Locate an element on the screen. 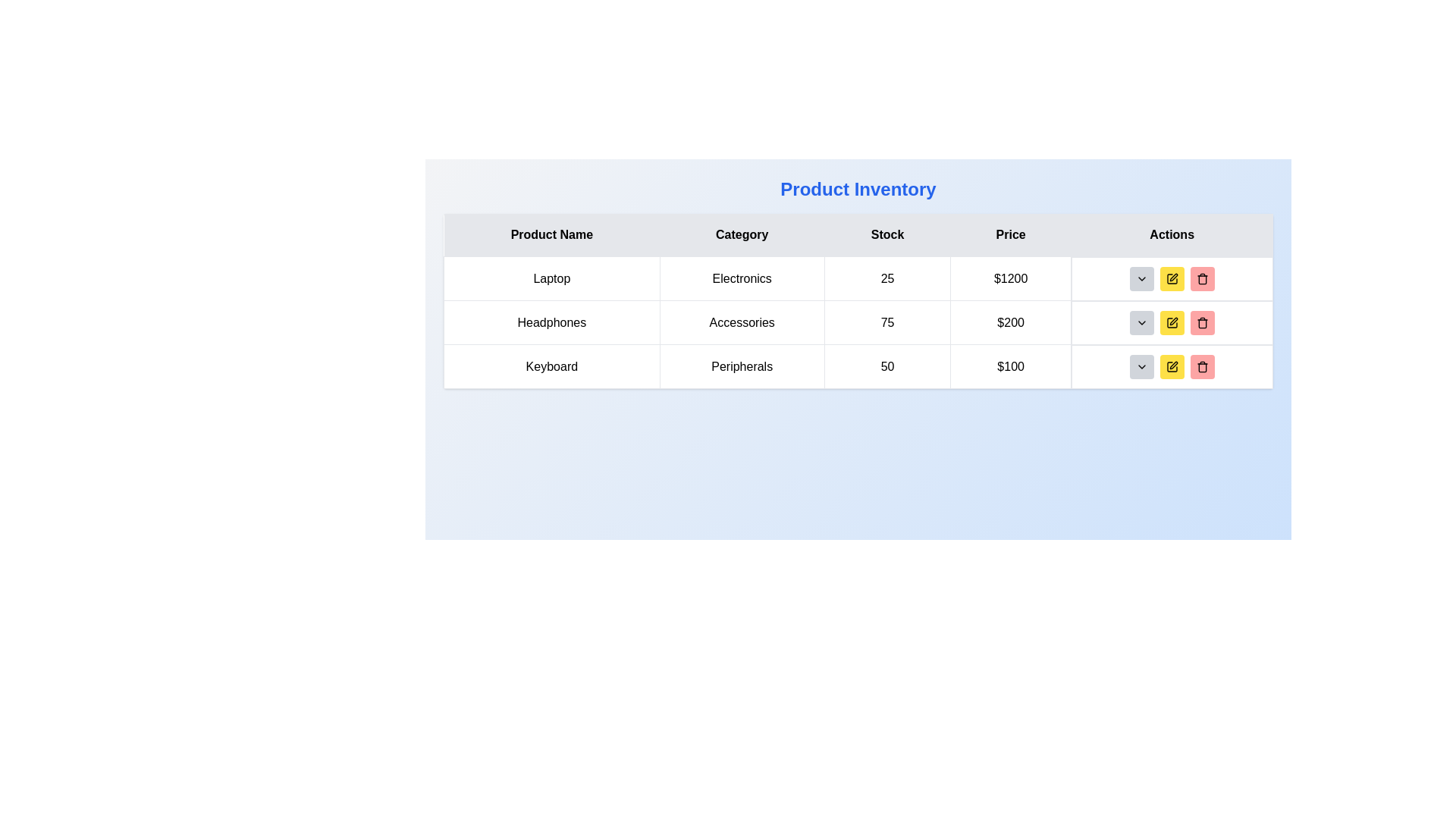  the 'Actions' header text label, which is the fifth header in the table and positioned at the rightmost part of the header row is located at coordinates (1171, 235).